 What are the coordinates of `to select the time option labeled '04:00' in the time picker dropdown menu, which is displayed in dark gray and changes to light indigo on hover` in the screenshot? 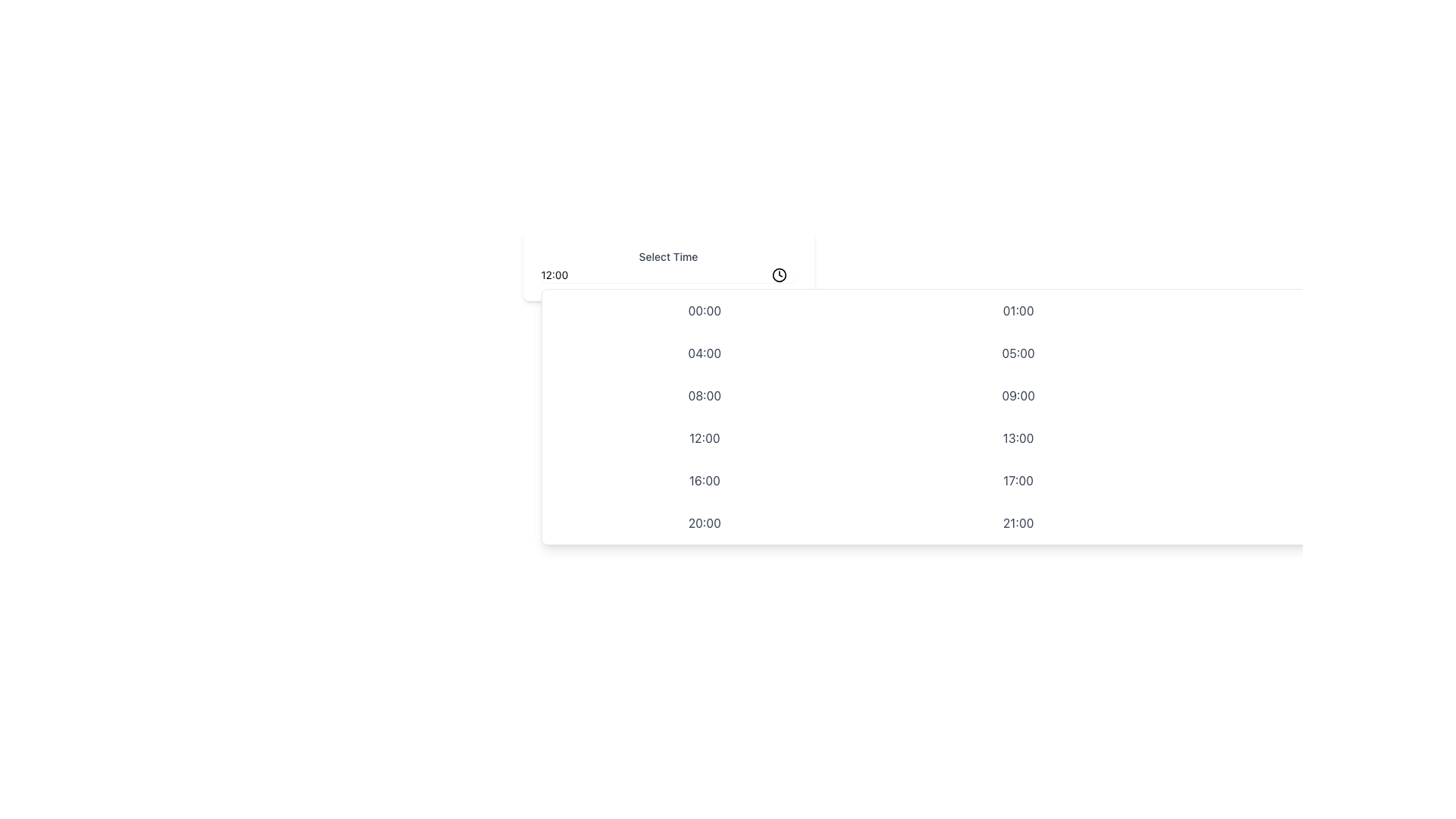 It's located at (704, 353).